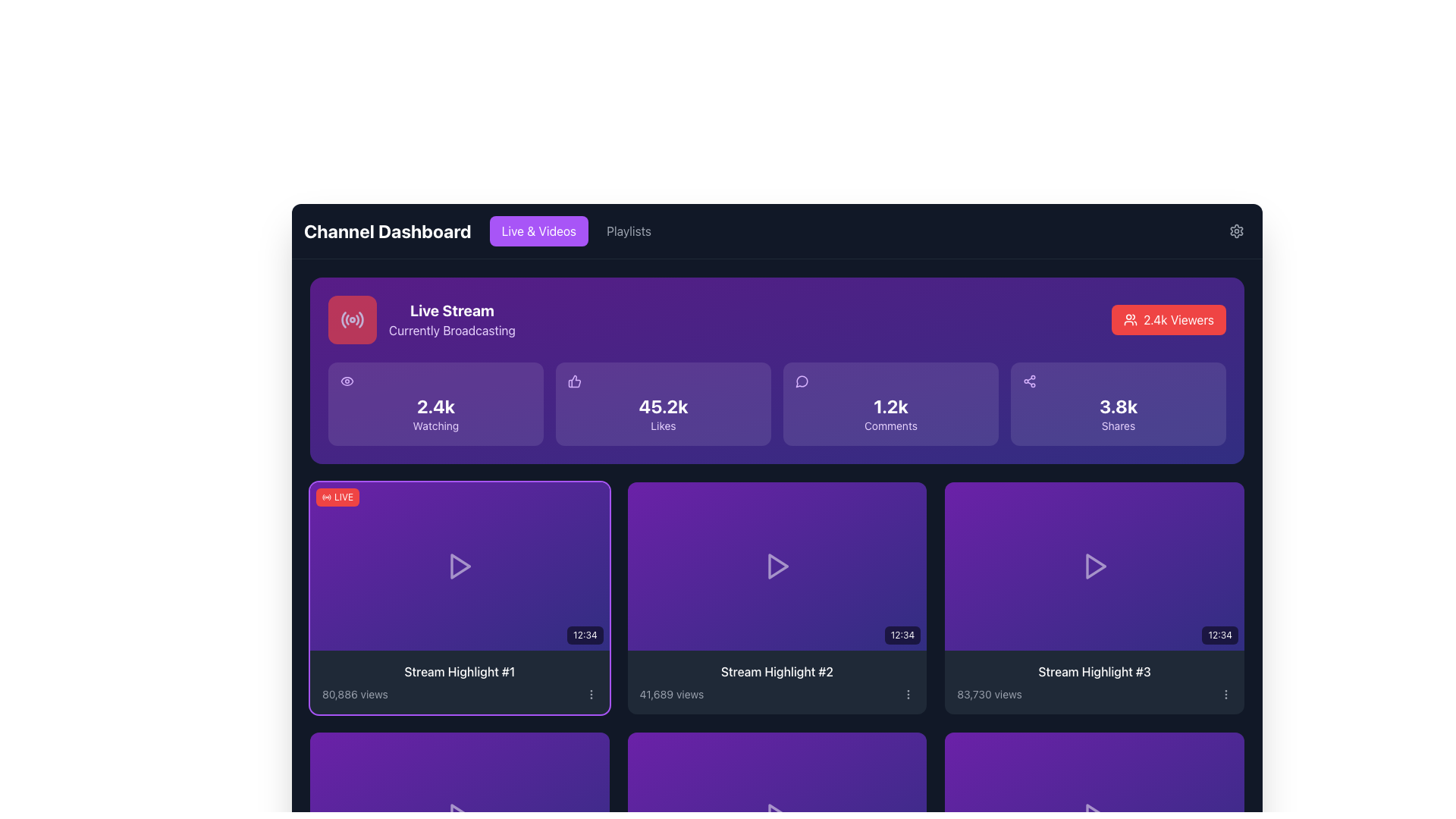 Image resolution: width=1456 pixels, height=819 pixels. Describe the element at coordinates (777, 681) in the screenshot. I see `the text block containing 'Stream Highlight #2' and '41,689 views' located at the bottom of the second card in the second row of the grid layout` at that location.